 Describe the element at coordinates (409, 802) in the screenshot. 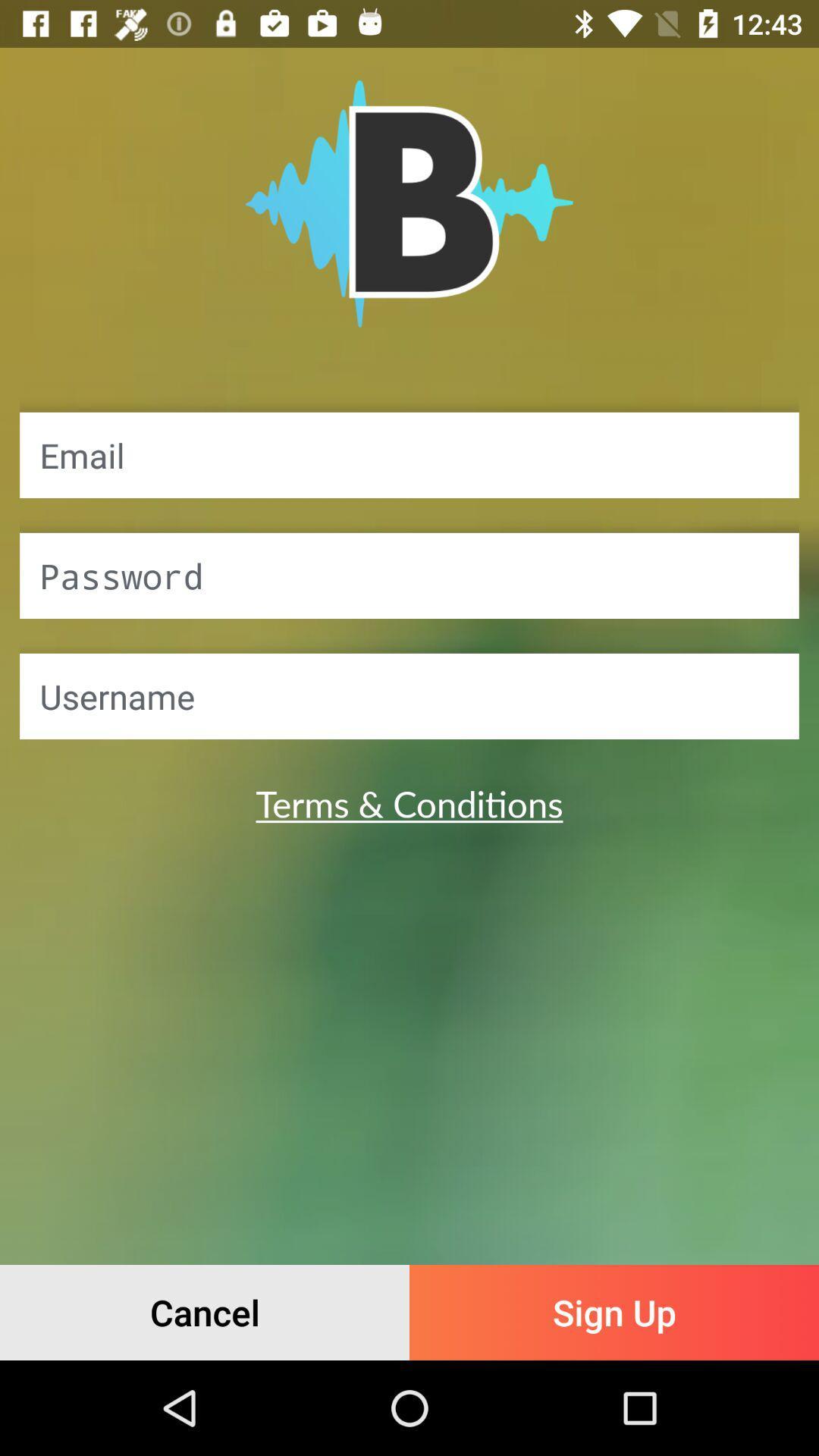

I see `terms & conditions item` at that location.